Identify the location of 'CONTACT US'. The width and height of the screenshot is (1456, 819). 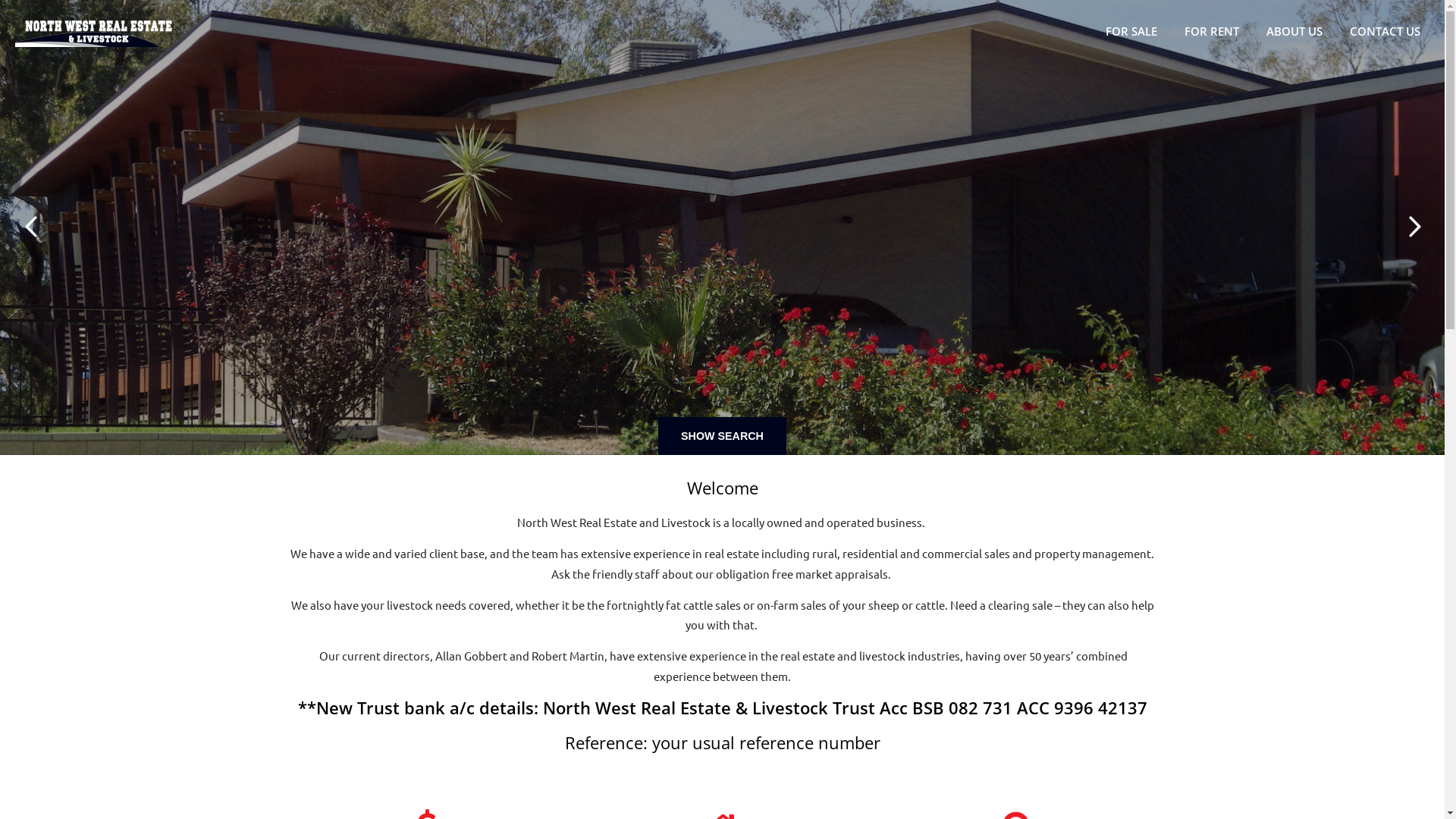
(1389, 31).